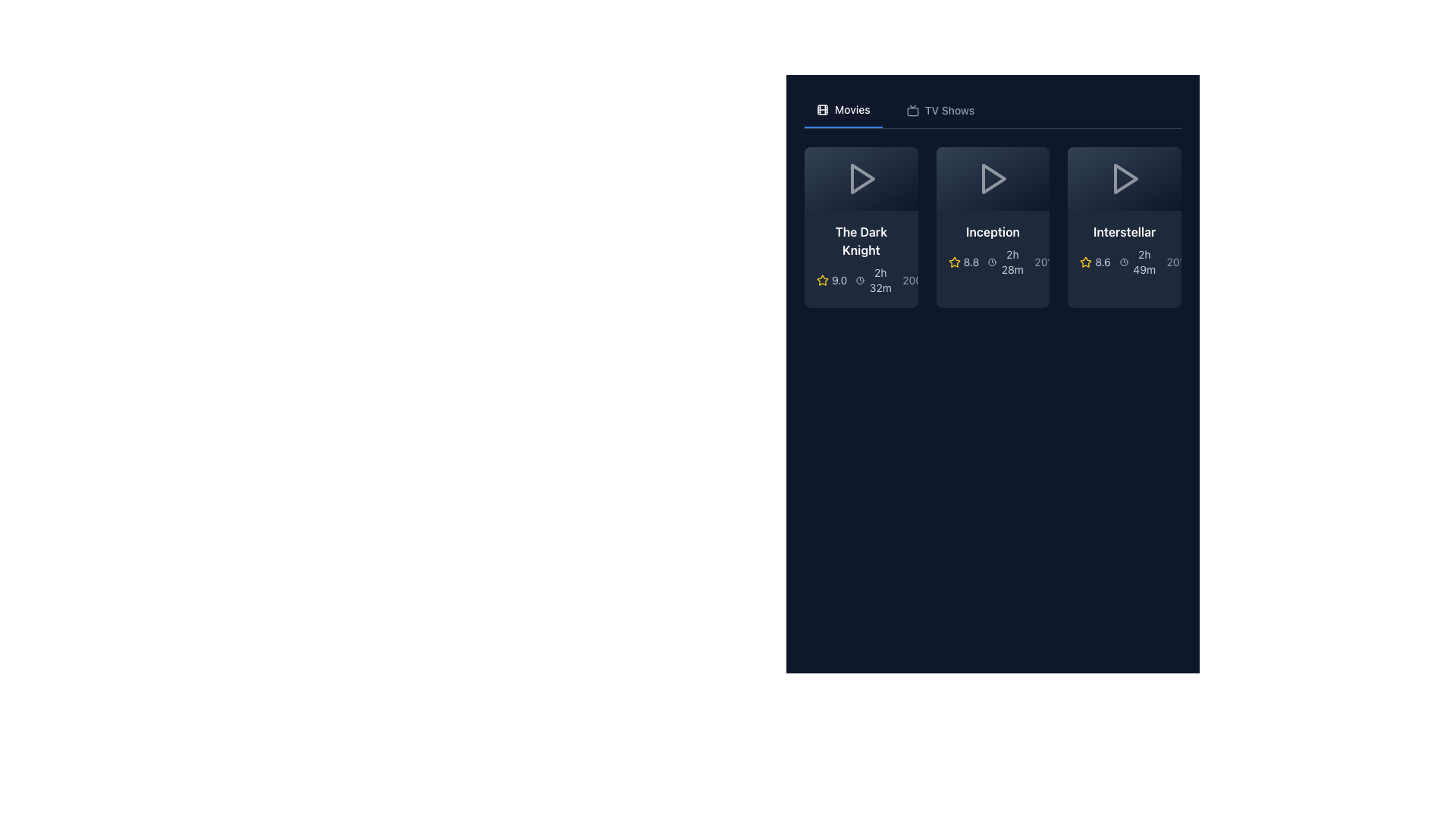 This screenshot has height=819, width=1456. Describe the element at coordinates (831, 281) in the screenshot. I see `the numerical rating text '9.0' located in the rating section of the first movie card, adjacent to the yellow star icon` at that location.